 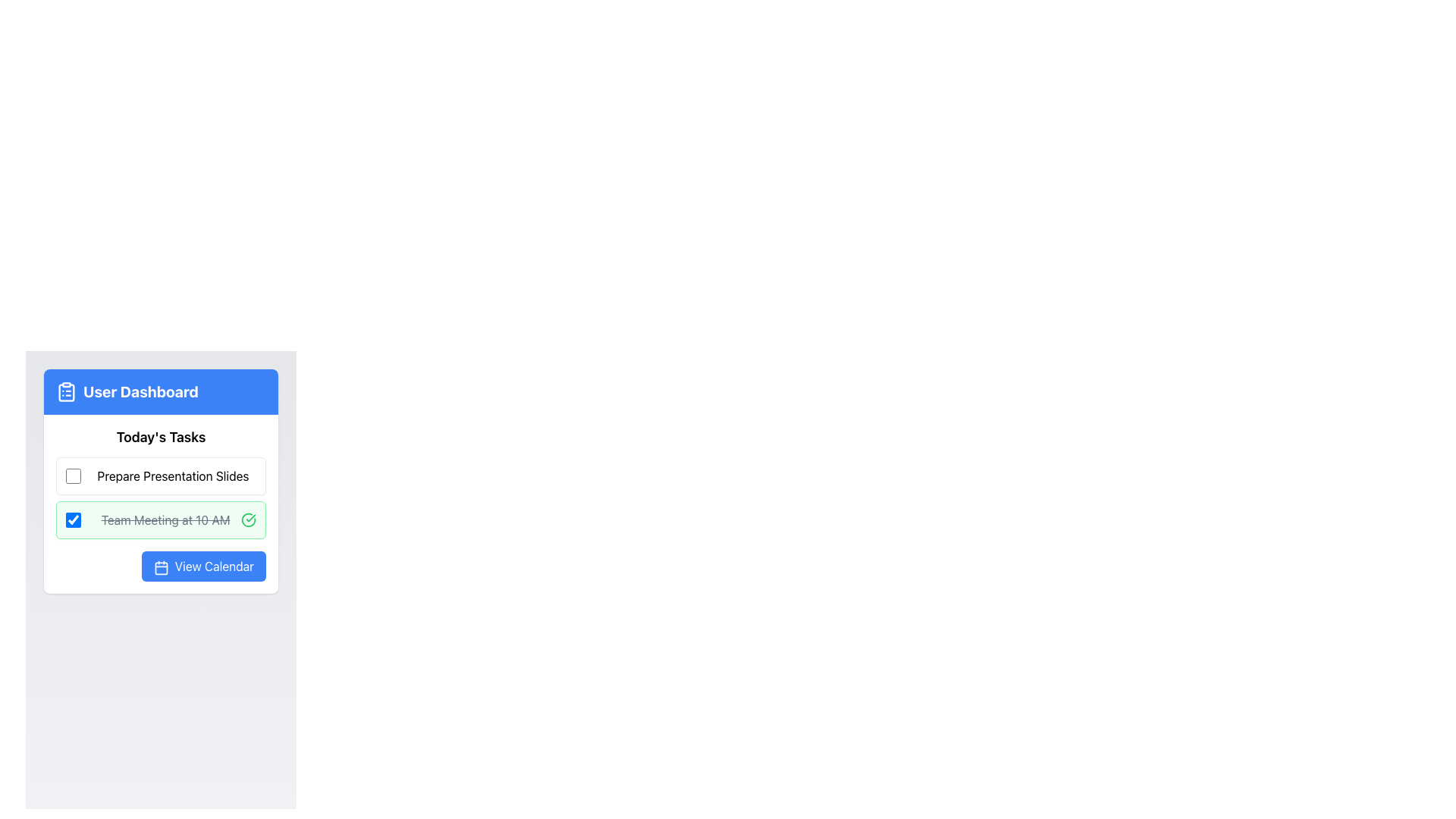 I want to click on the calendar icon located to the left of the 'View Calendar' text in the button at the bottom of the task section in the user dashboard, so click(x=161, y=567).